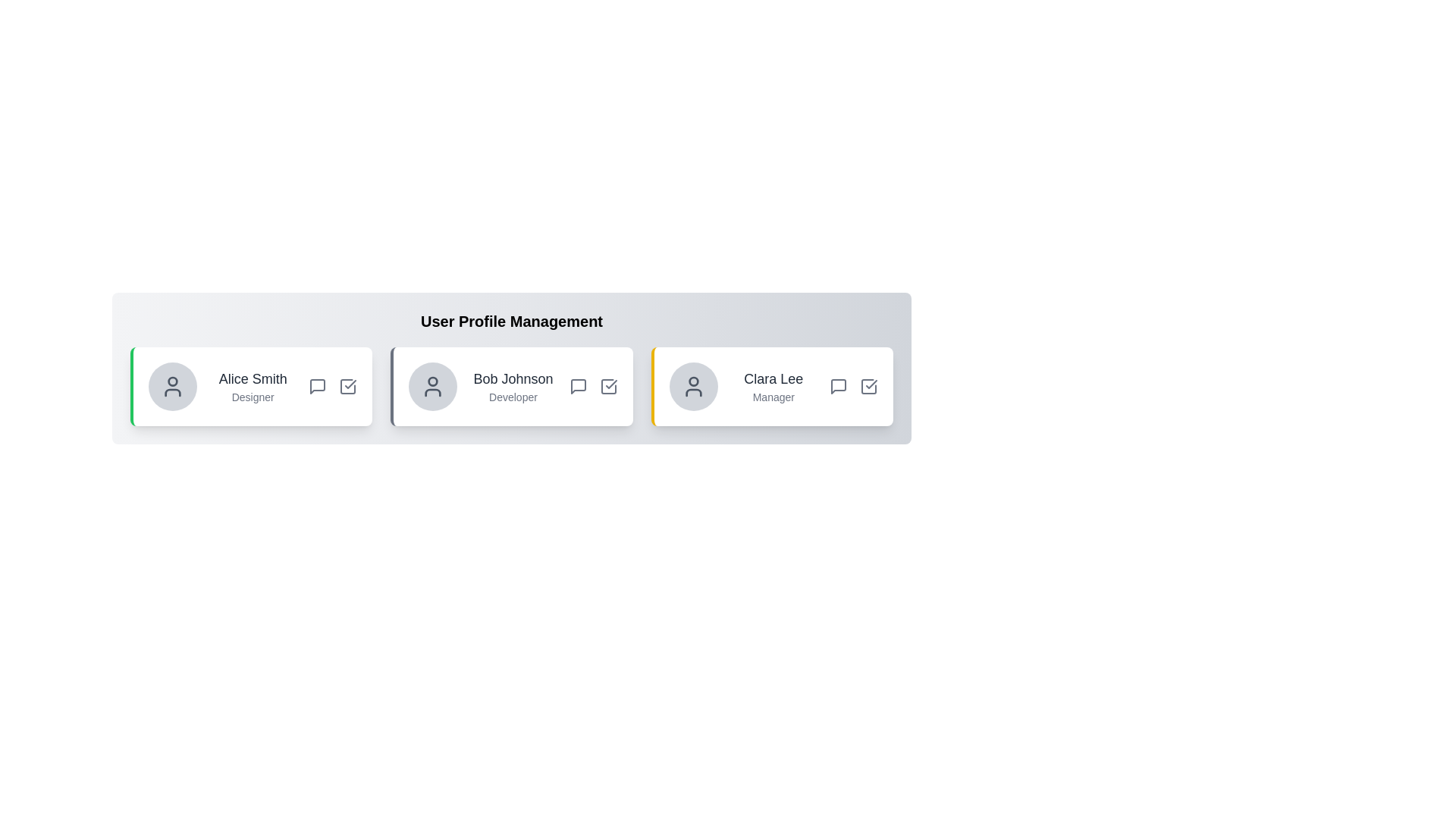  Describe the element at coordinates (513, 385) in the screenshot. I see `the Text Display element that shows the user's name 'Bob Johnson' and their role 'Developer', located centrally within the middle card of the user profile management system` at that location.